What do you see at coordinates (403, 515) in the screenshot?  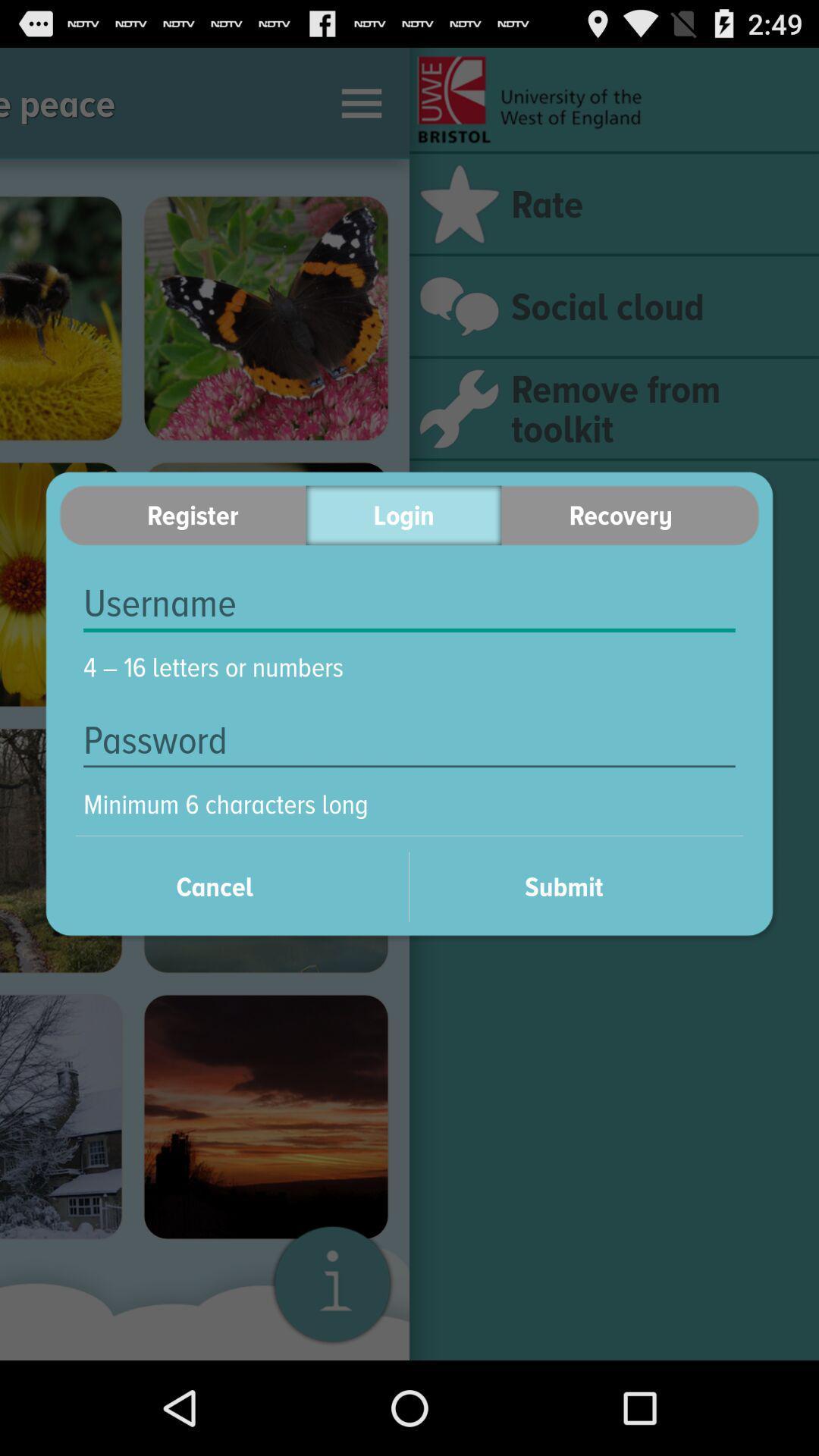 I see `the login item` at bounding box center [403, 515].